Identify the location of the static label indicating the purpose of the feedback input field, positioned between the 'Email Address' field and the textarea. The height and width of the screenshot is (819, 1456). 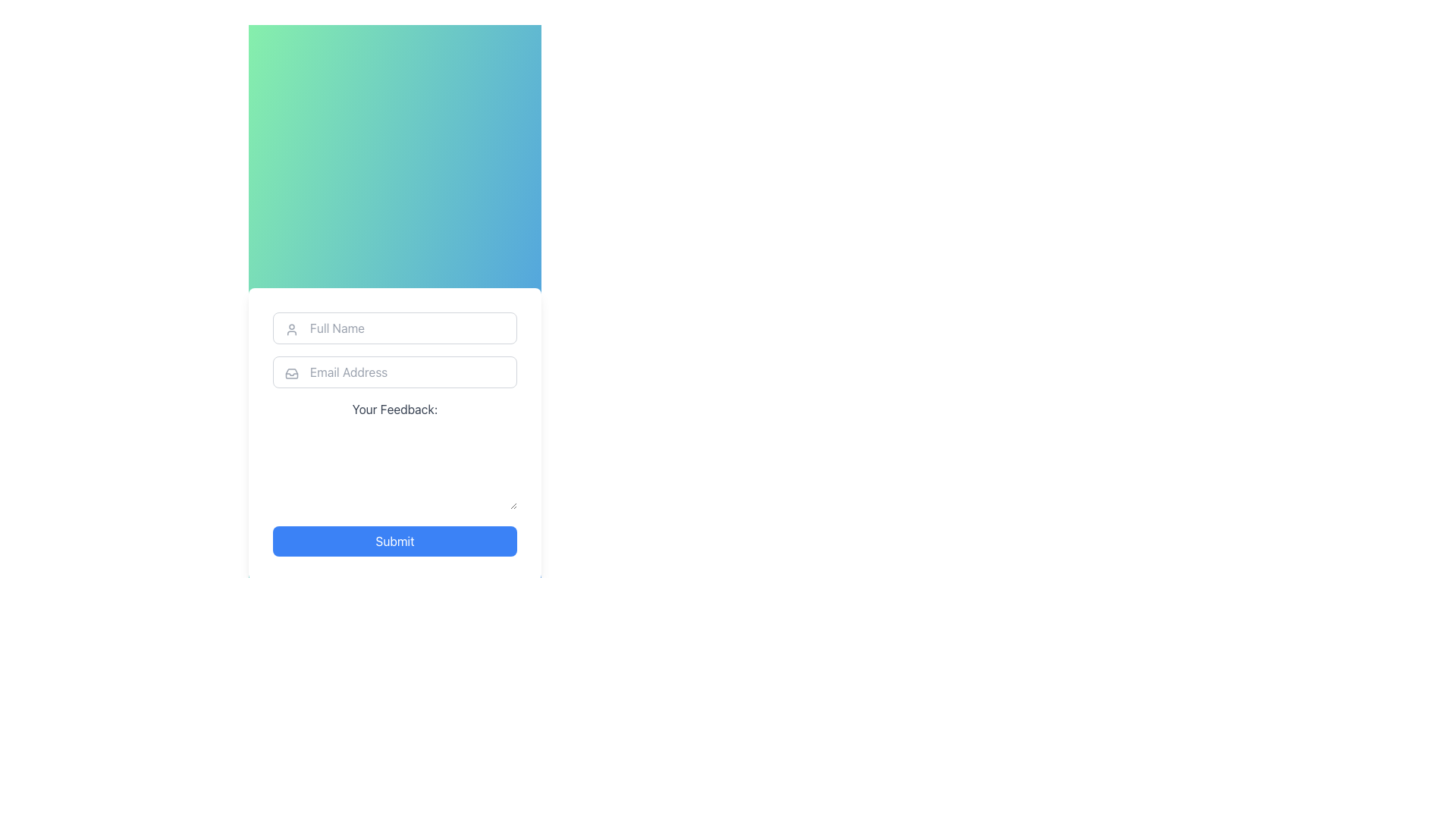
(395, 409).